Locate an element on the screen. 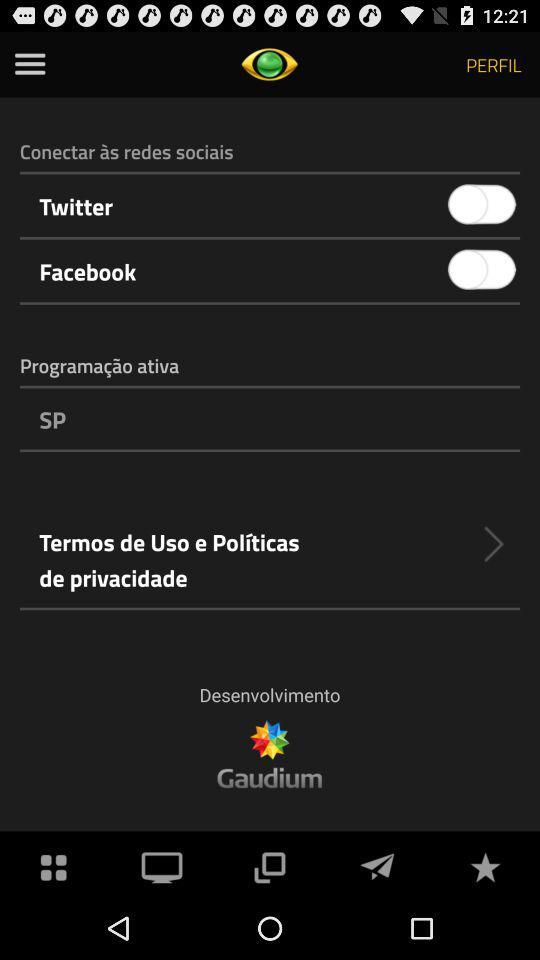 This screenshot has width=540, height=960. the icon next to twitter app is located at coordinates (481, 205).